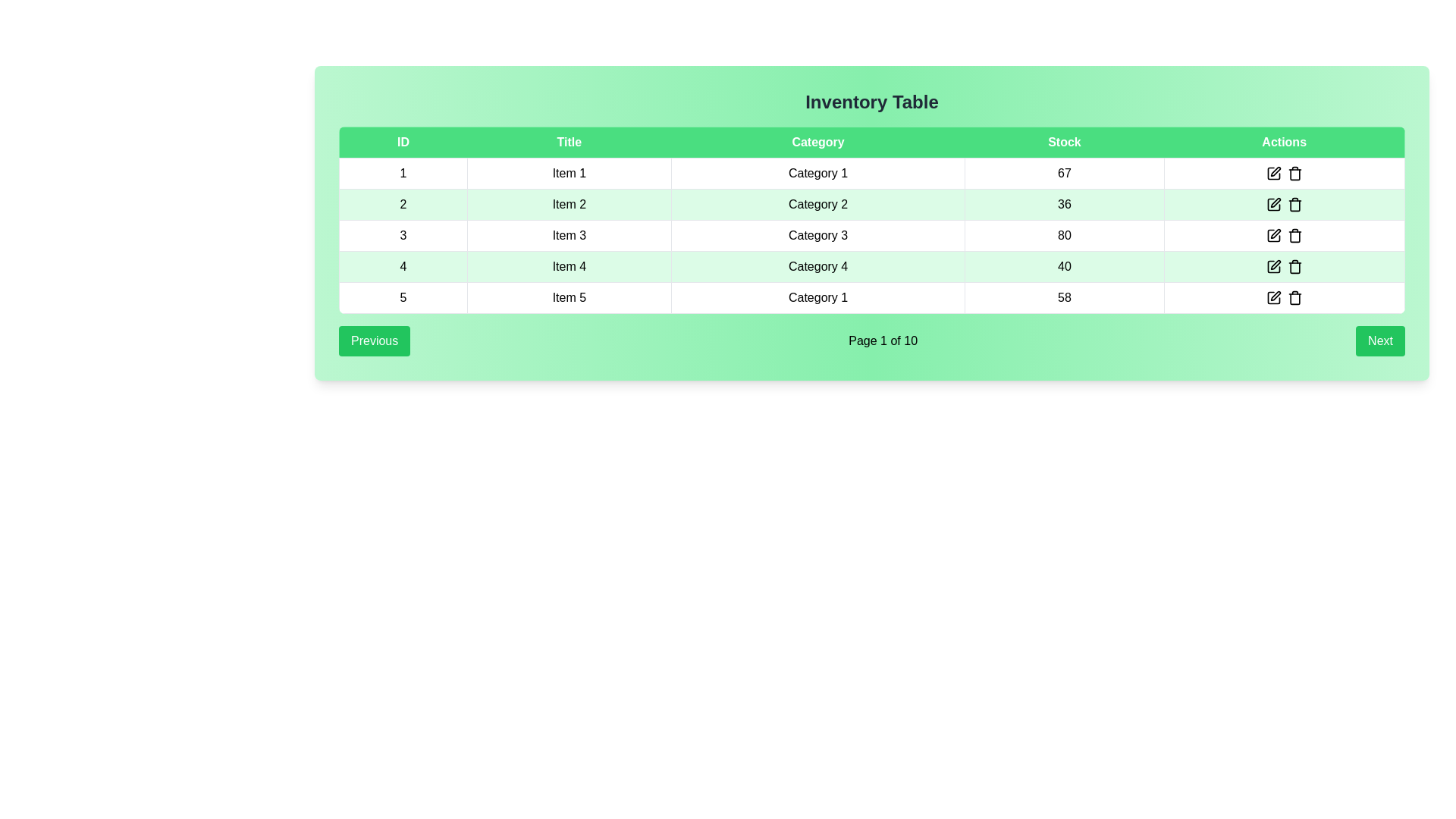 The width and height of the screenshot is (1456, 819). I want to click on the 'ID' text label table header which is styled with centered white text on a green background, located at the far-left of the row within the green header section of the table, so click(403, 143).